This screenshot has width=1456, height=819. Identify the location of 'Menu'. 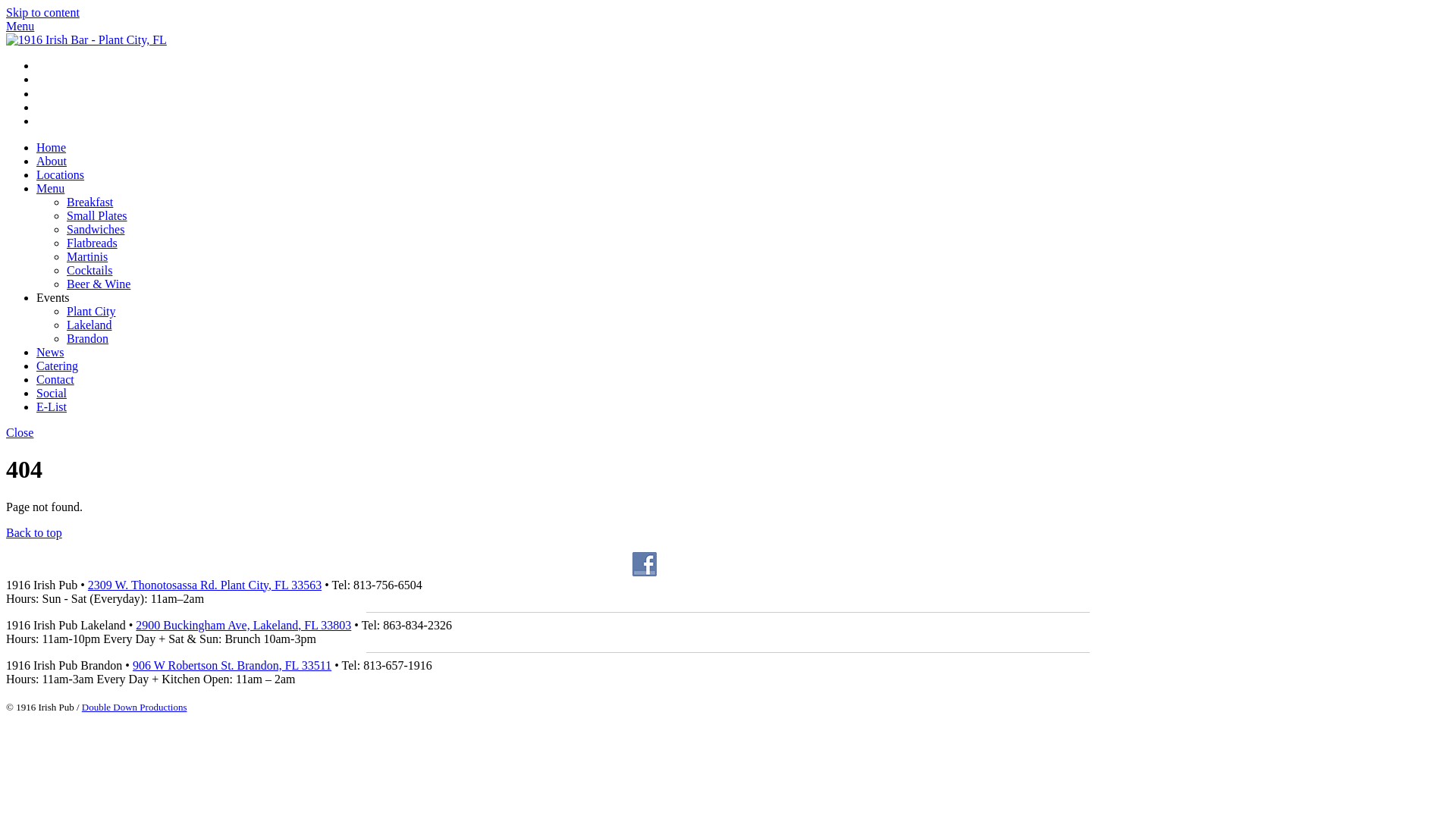
(6, 26).